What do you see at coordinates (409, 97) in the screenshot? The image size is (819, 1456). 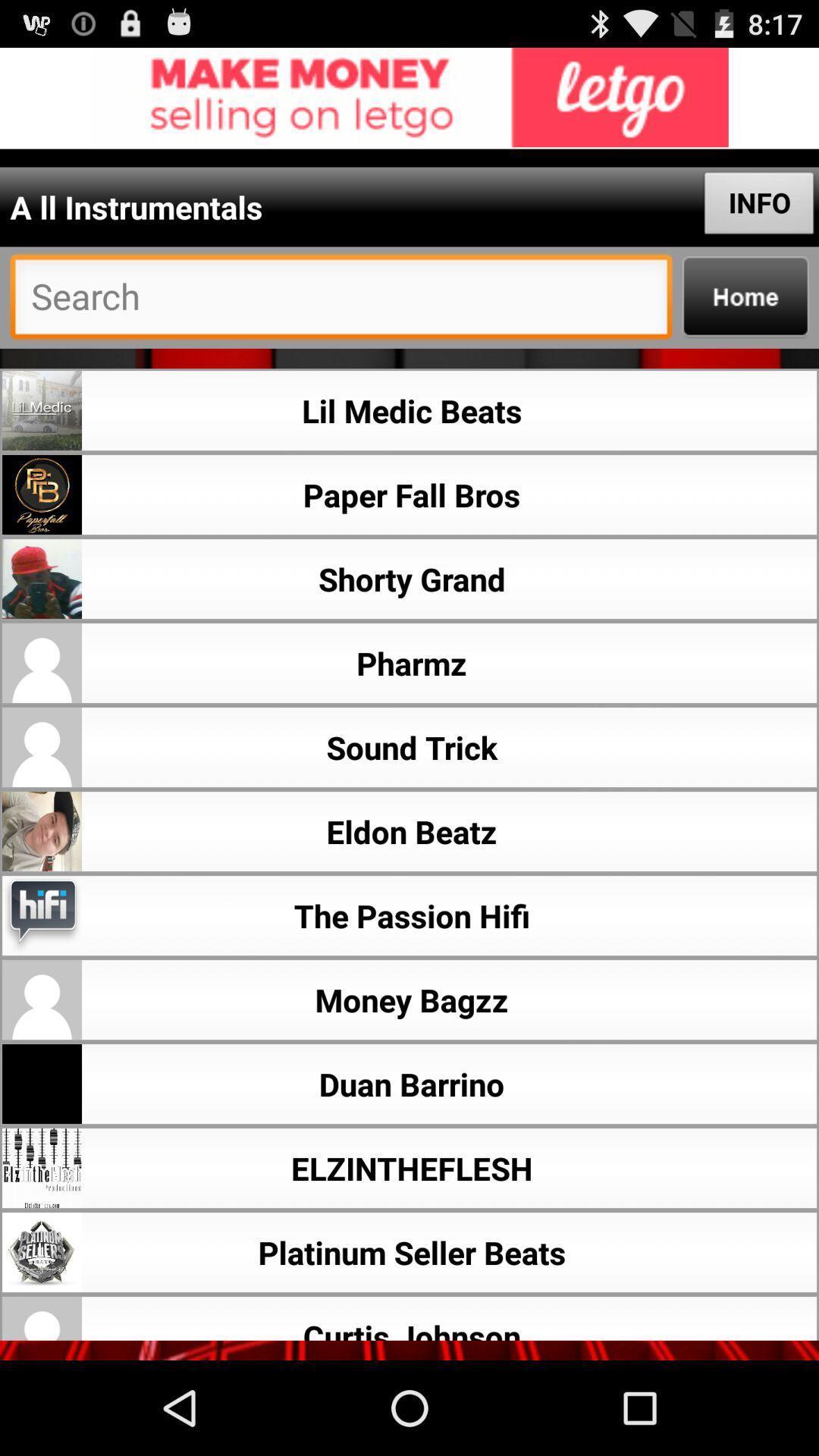 I see `advertisement` at bounding box center [409, 97].